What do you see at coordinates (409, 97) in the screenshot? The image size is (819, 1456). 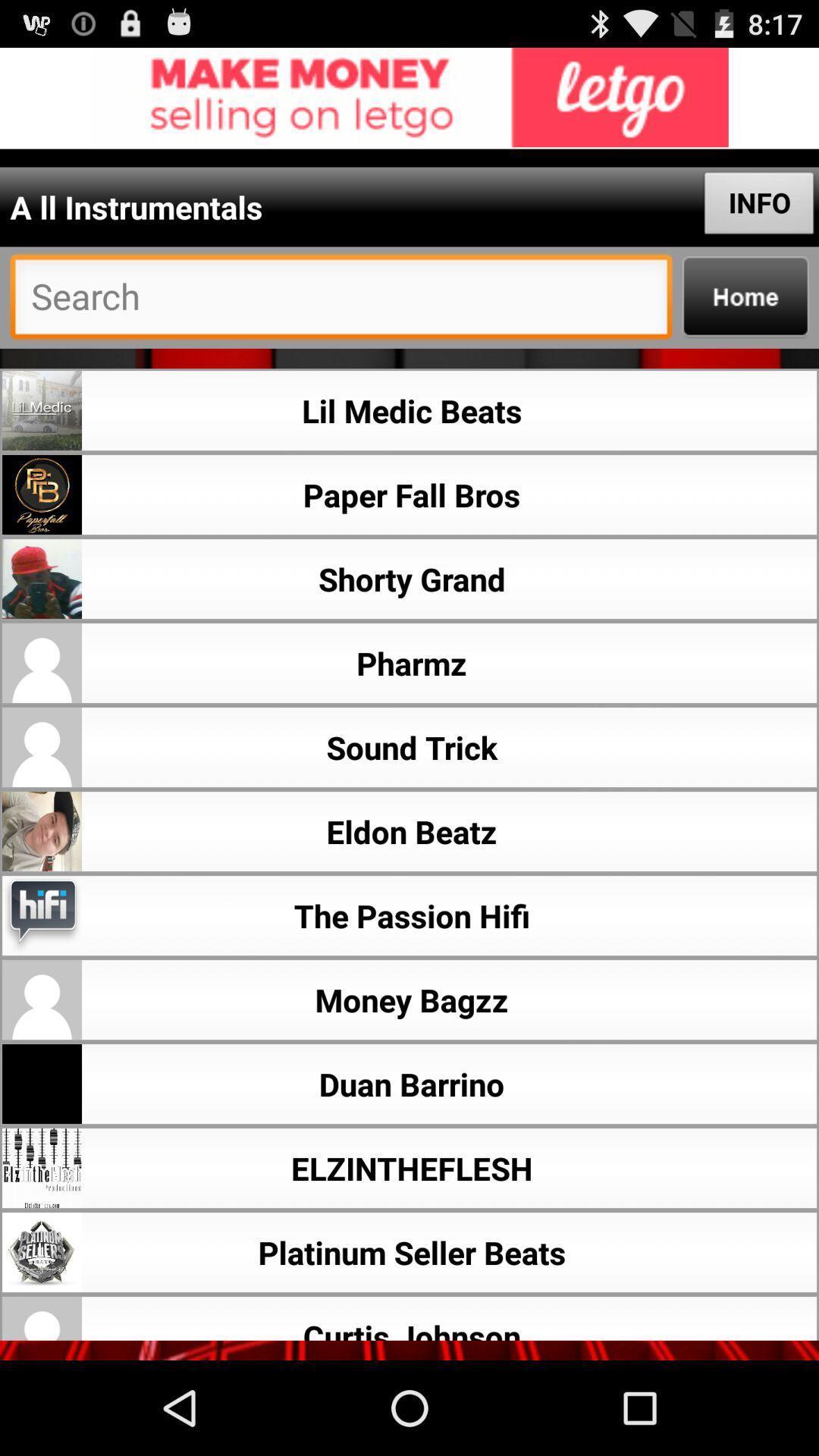 I see `advertisement` at bounding box center [409, 97].